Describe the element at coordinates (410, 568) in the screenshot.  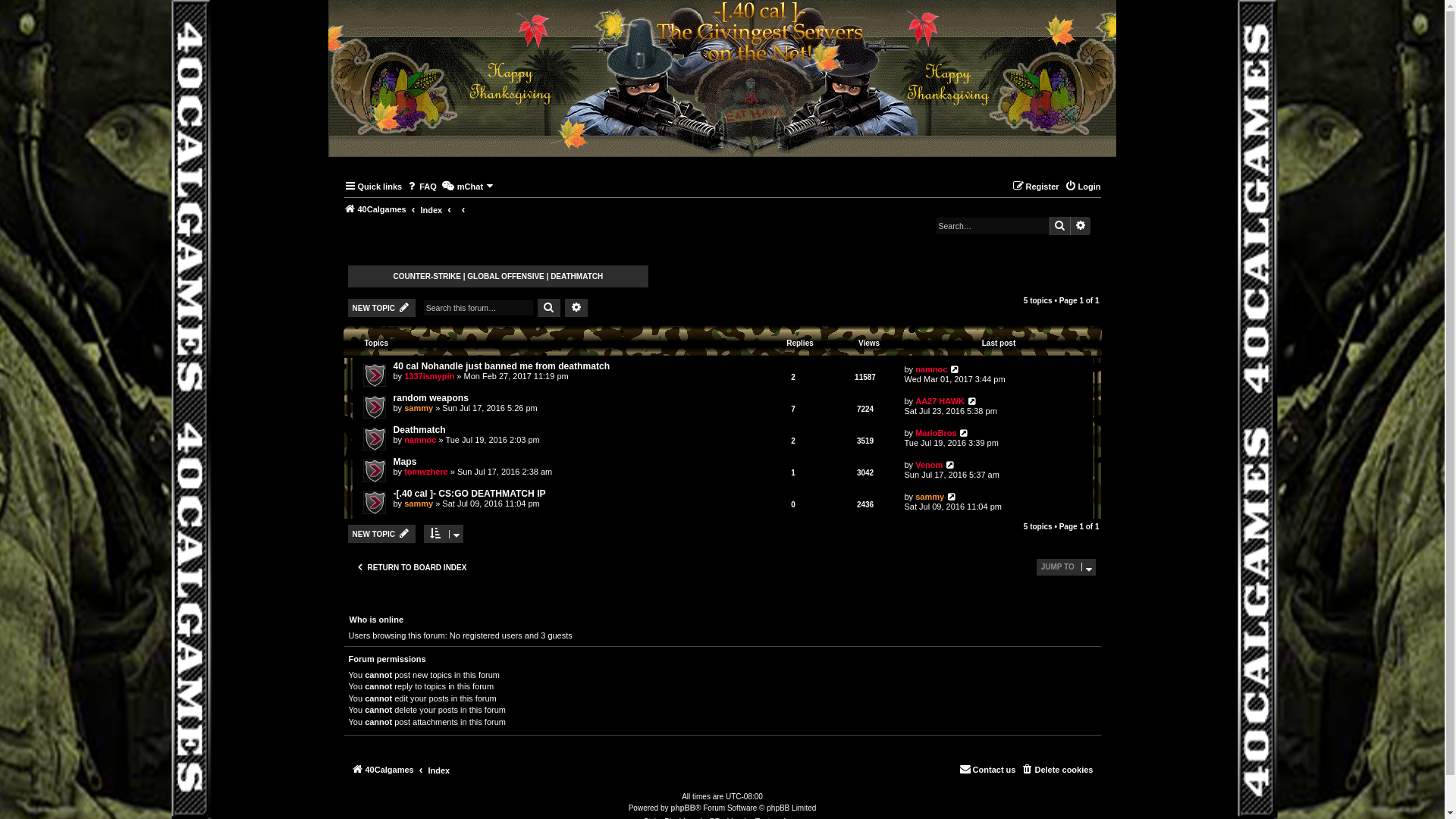
I see `'RETURN TO BOARD INDEX'` at that location.